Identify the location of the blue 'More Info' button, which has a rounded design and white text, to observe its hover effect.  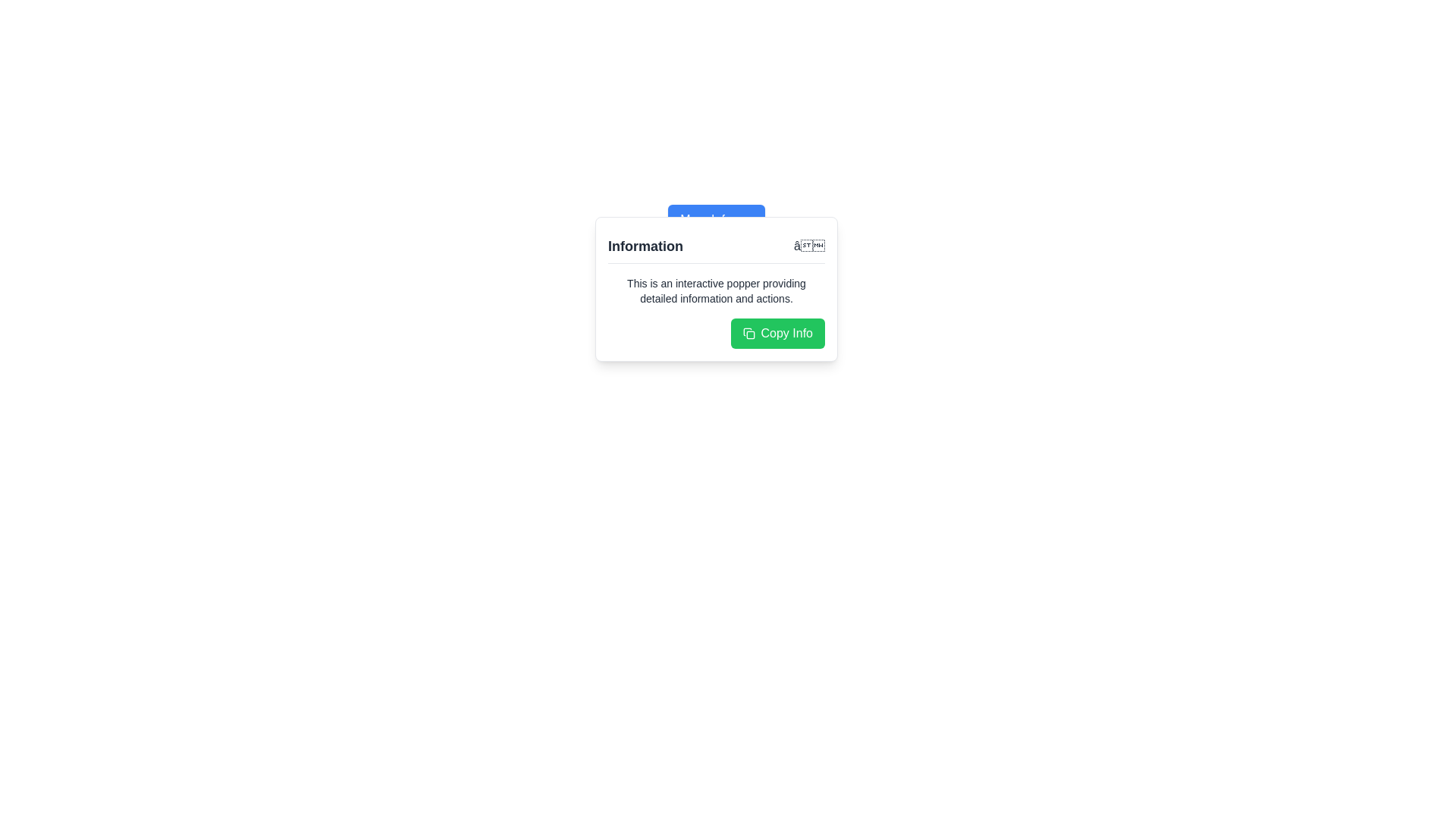
(716, 219).